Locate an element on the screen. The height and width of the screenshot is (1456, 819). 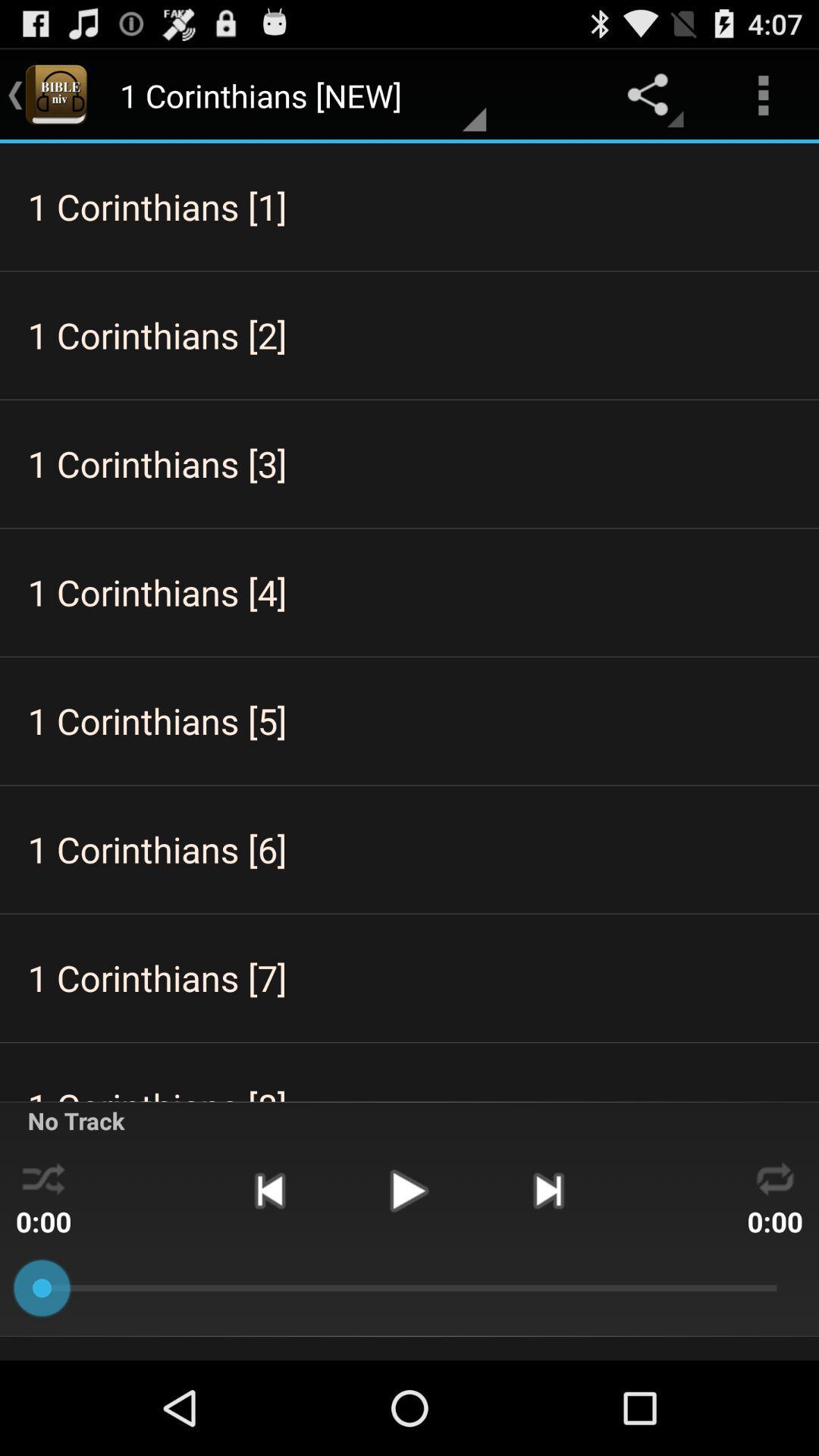
the play icon is located at coordinates (408, 1274).